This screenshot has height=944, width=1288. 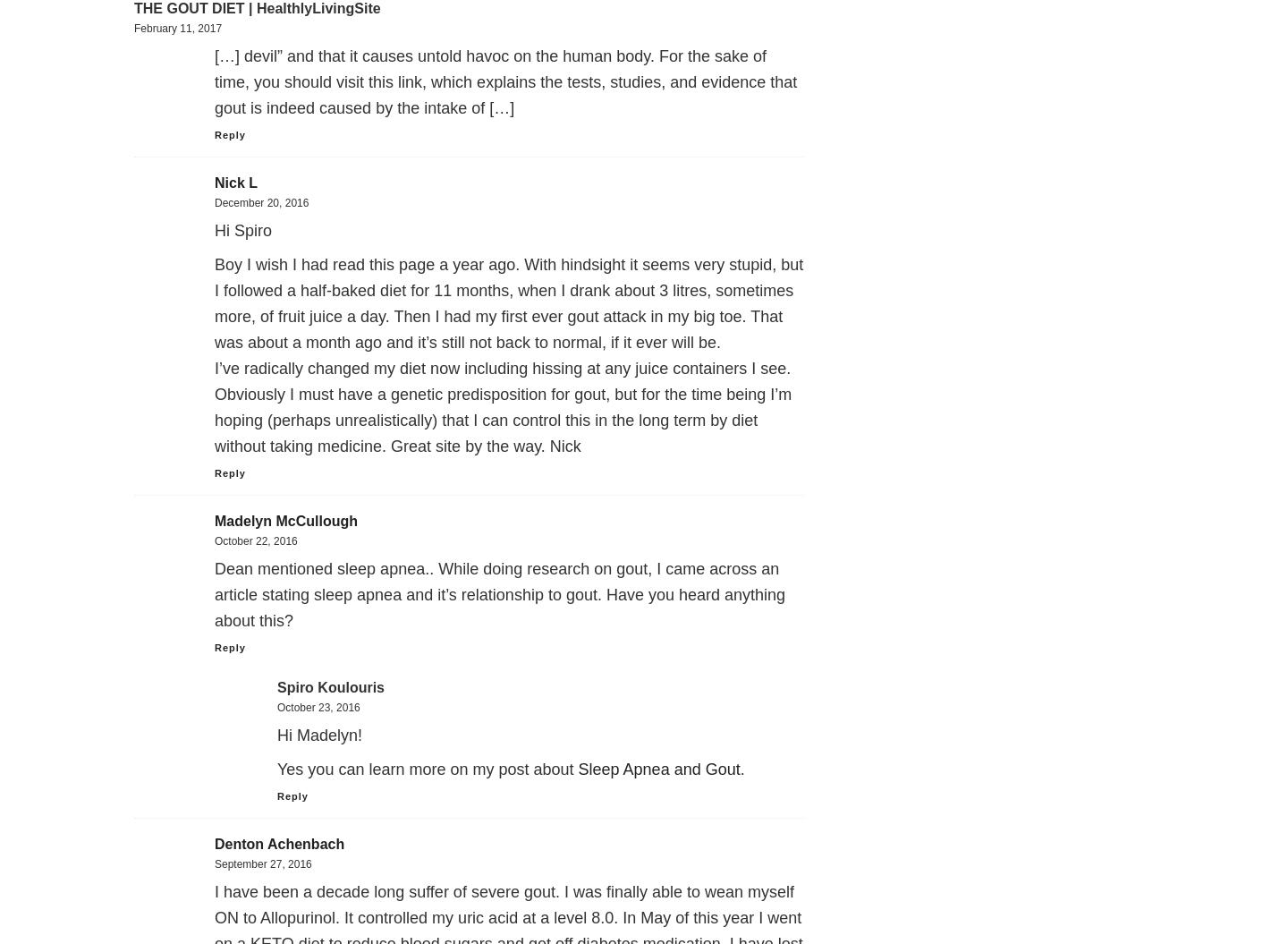 I want to click on 'Dean mentioned sleep apnea.. While doing research on gout, I came across an article stating sleep apnea and it’s relationship to gout. Have you heard anything about this?', so click(x=500, y=593).